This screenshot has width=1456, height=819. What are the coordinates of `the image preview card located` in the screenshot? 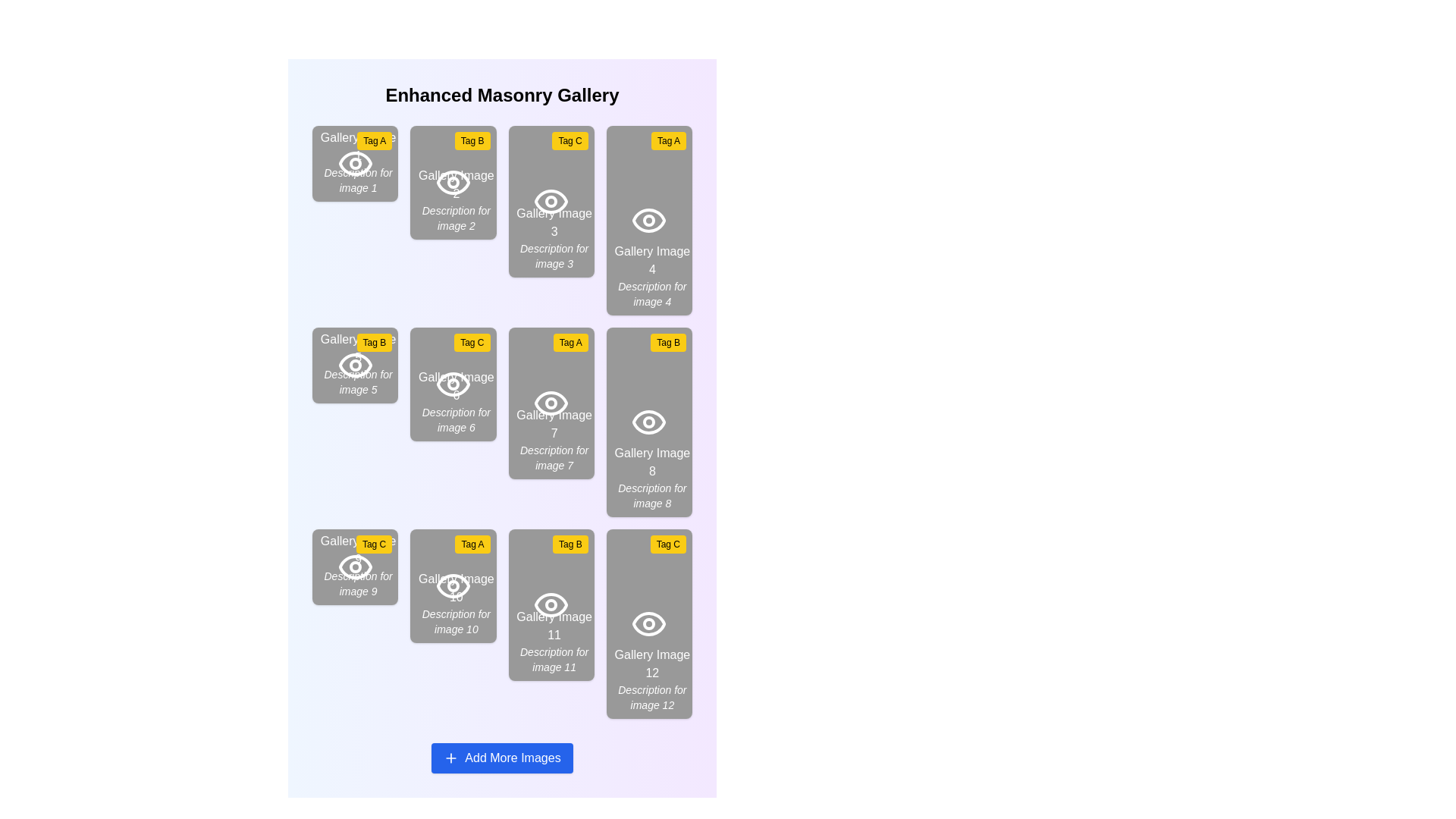 It's located at (649, 220).